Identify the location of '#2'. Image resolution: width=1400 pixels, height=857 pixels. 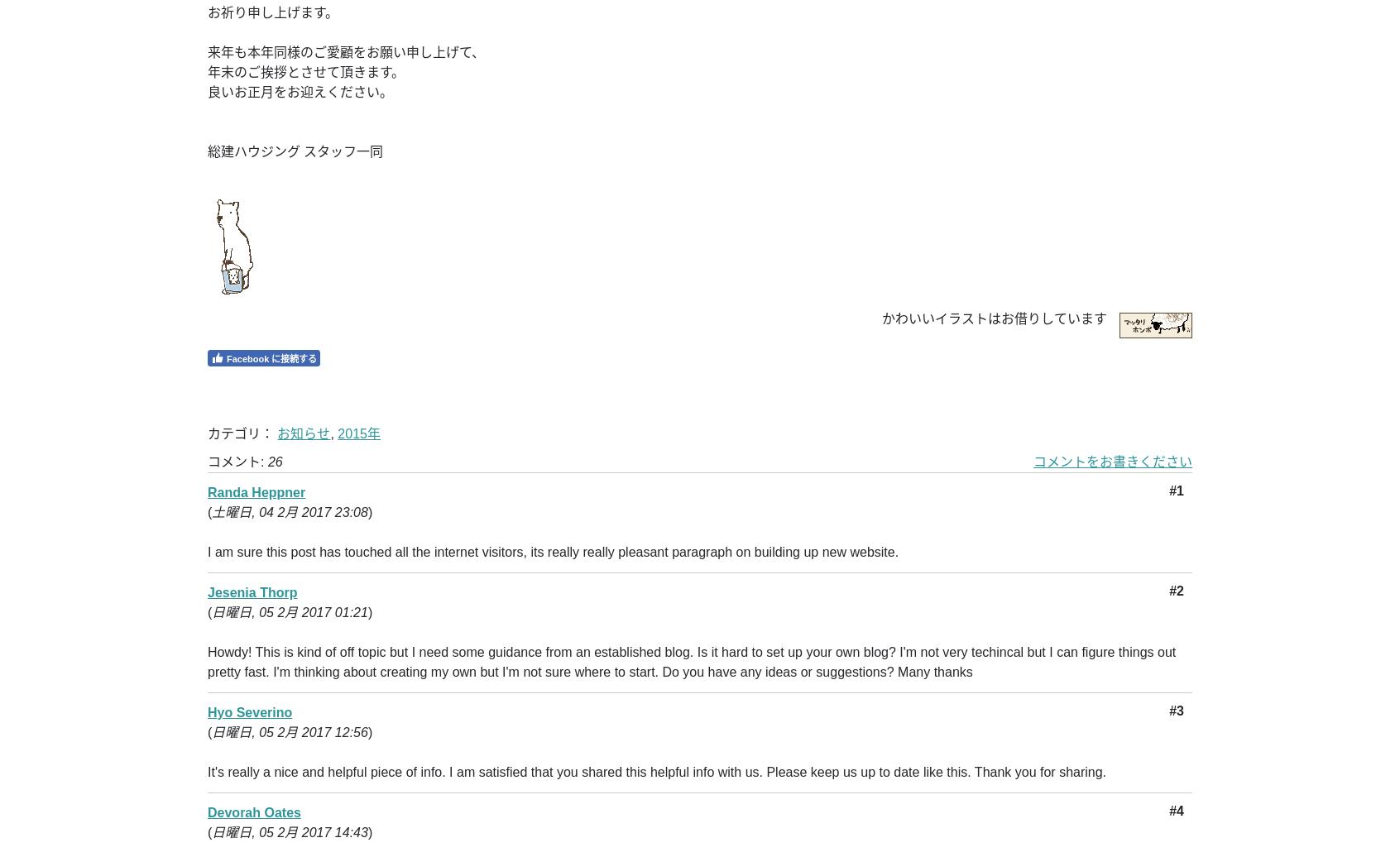
(1175, 591).